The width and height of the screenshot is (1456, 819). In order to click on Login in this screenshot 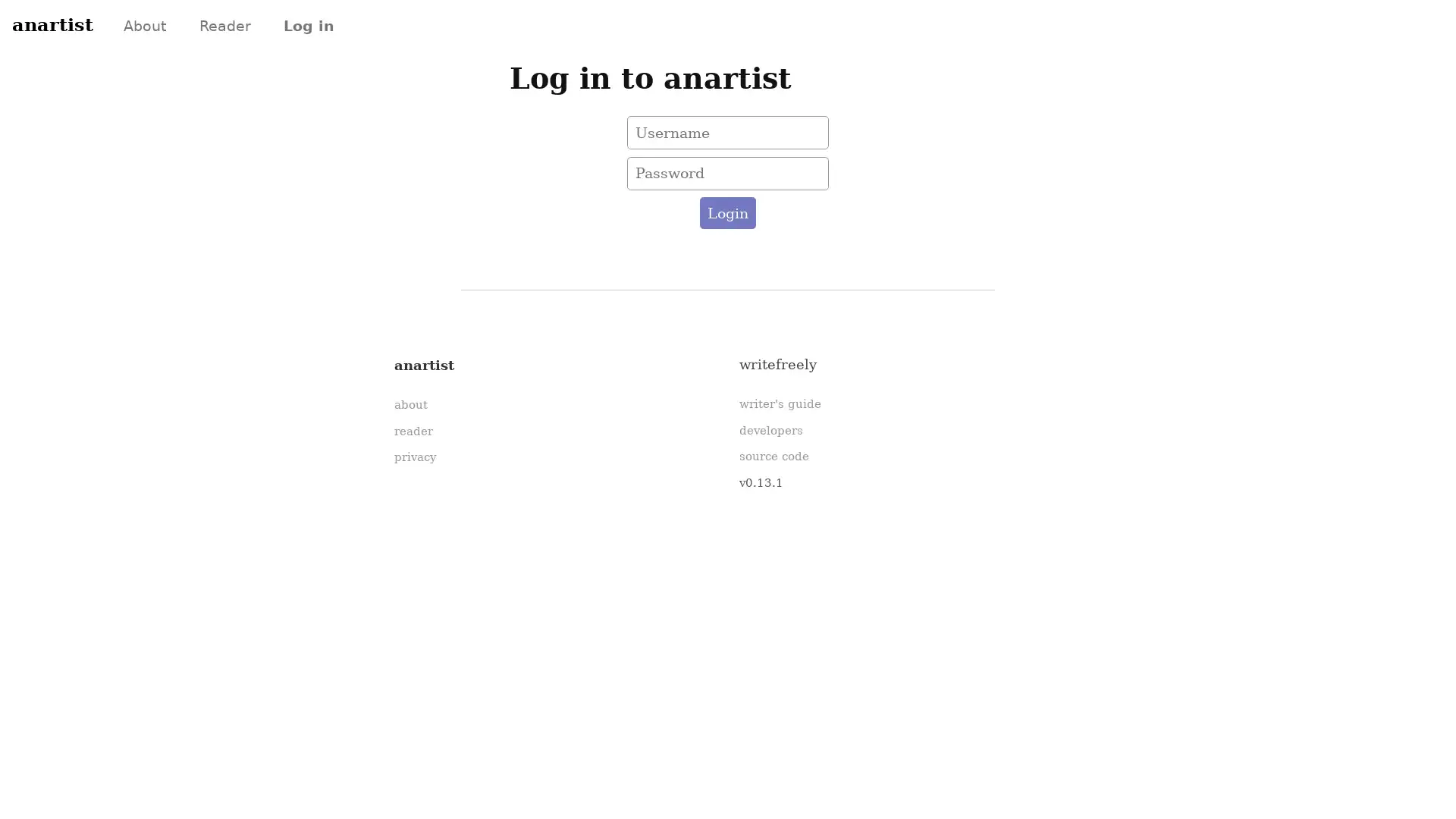, I will do `click(726, 213)`.